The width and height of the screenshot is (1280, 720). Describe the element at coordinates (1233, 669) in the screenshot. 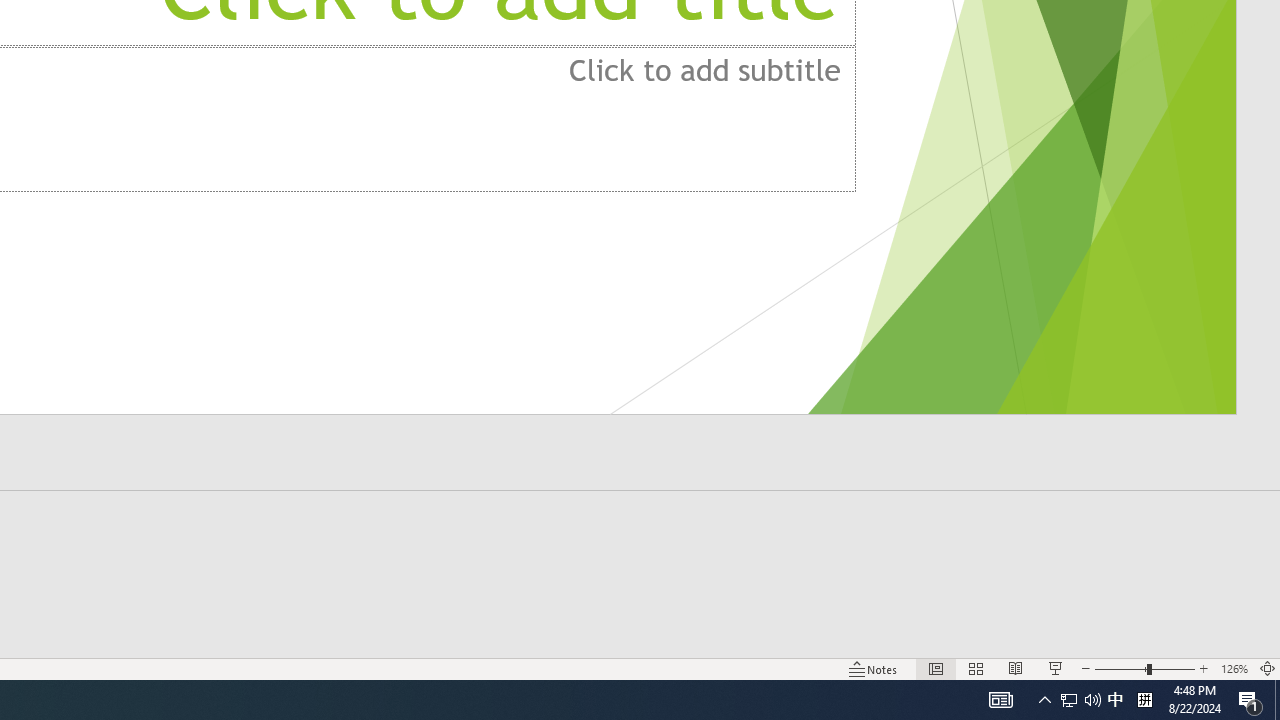

I see `'Zoom 126%'` at that location.